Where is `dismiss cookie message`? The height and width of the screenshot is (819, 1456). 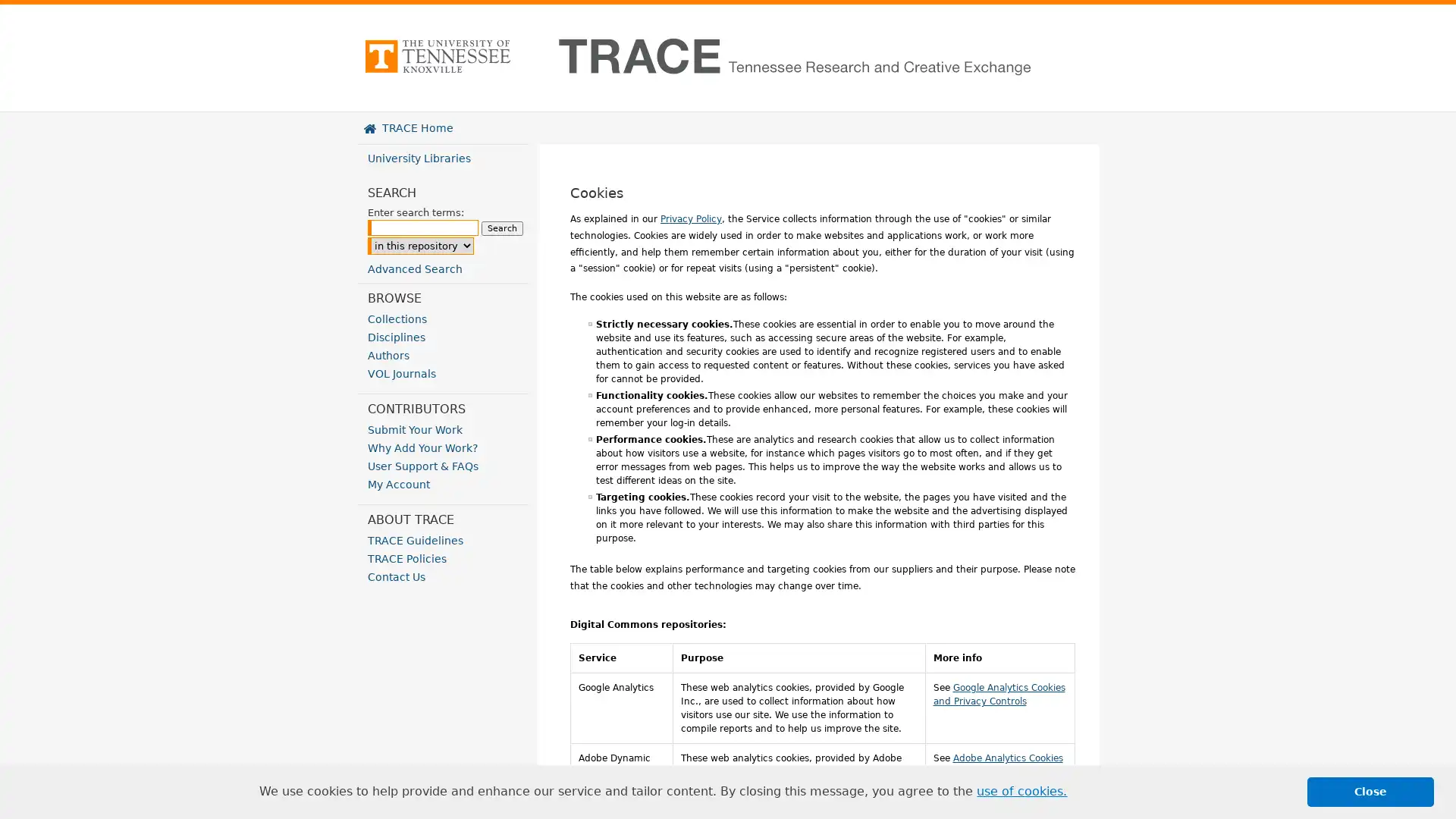 dismiss cookie message is located at coordinates (1370, 791).